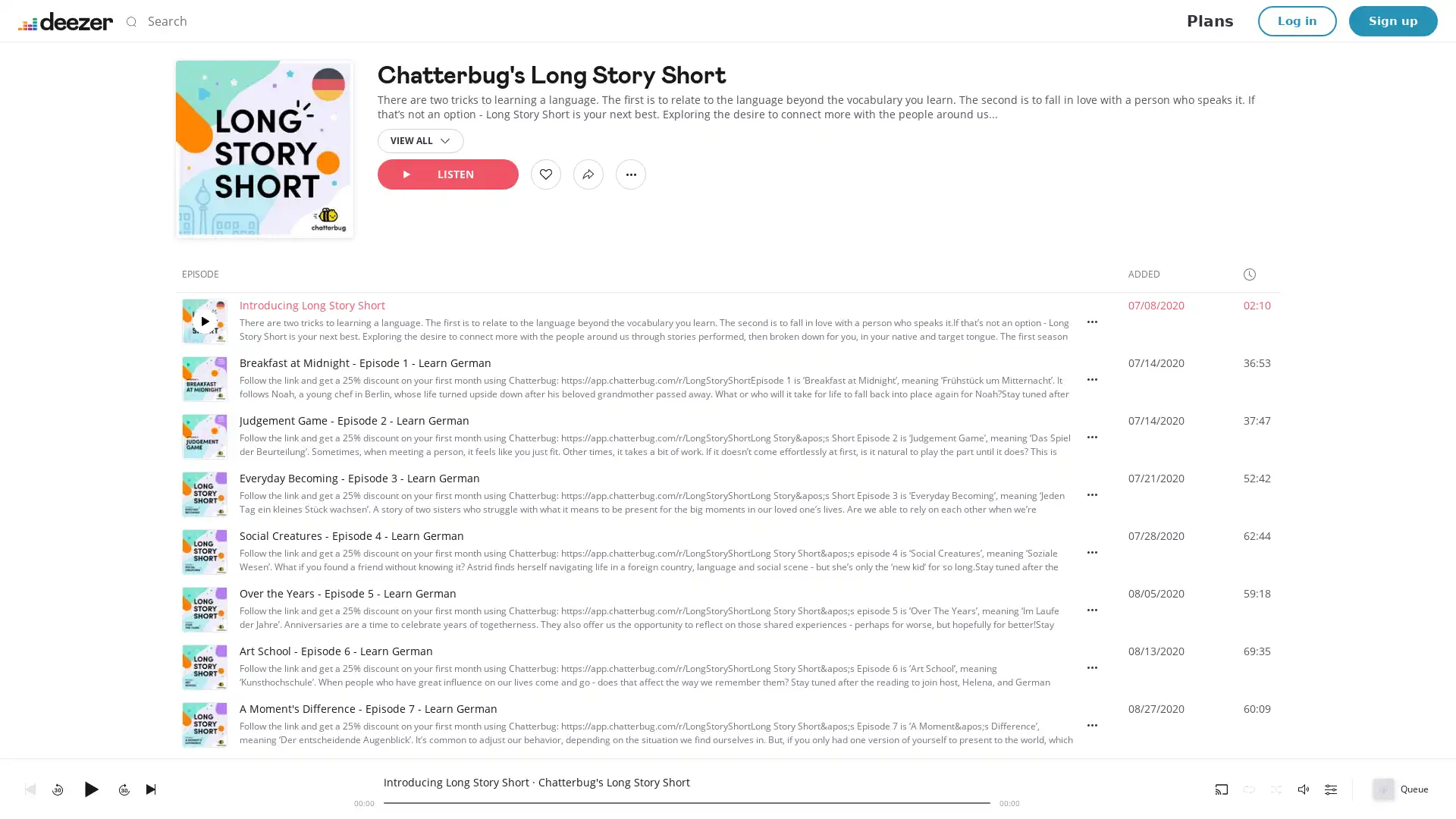  I want to click on Clear, so click(967, 20).